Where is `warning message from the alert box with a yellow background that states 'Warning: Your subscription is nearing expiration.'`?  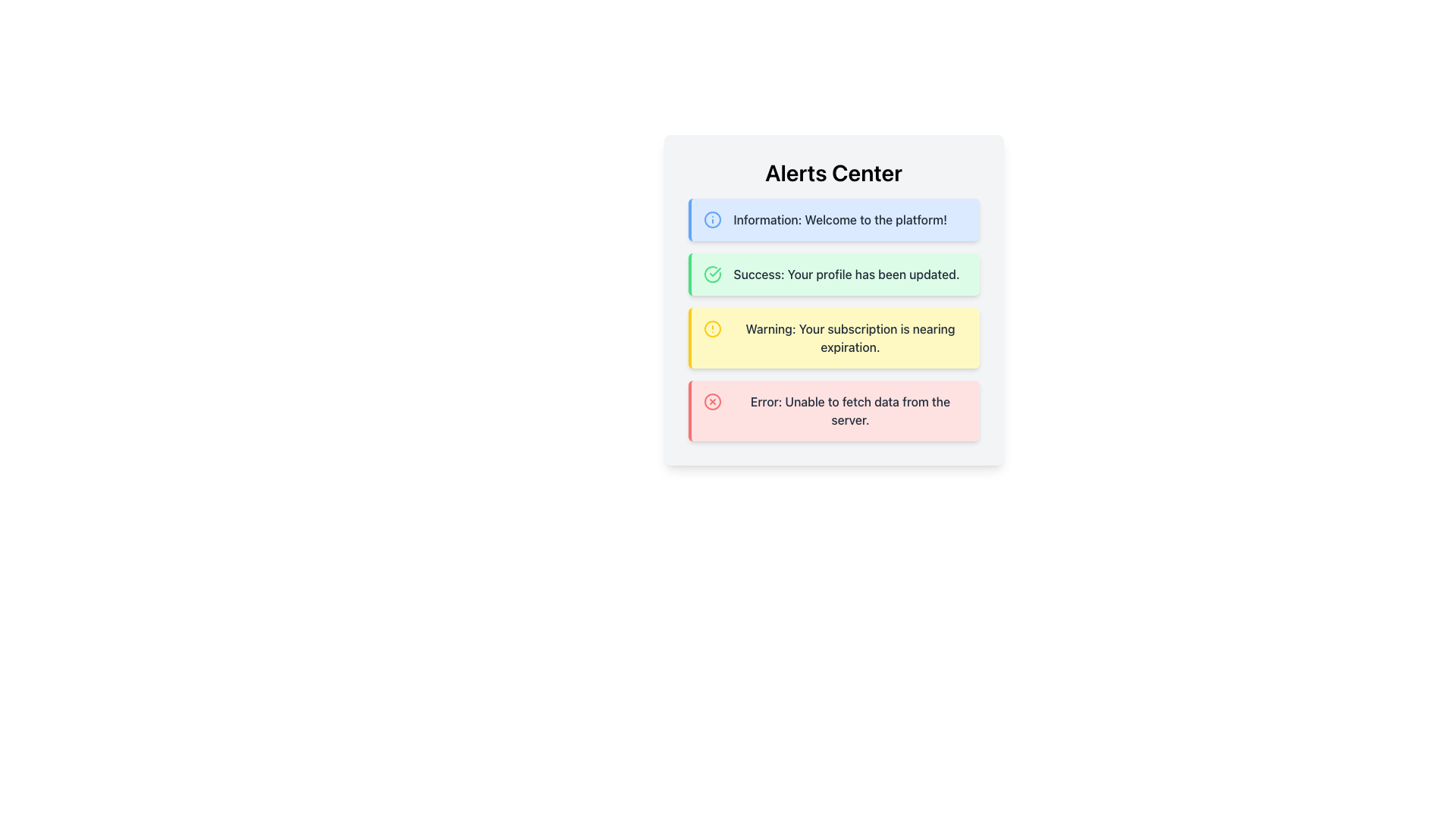 warning message from the alert box with a yellow background that states 'Warning: Your subscription is nearing expiration.' is located at coordinates (833, 337).